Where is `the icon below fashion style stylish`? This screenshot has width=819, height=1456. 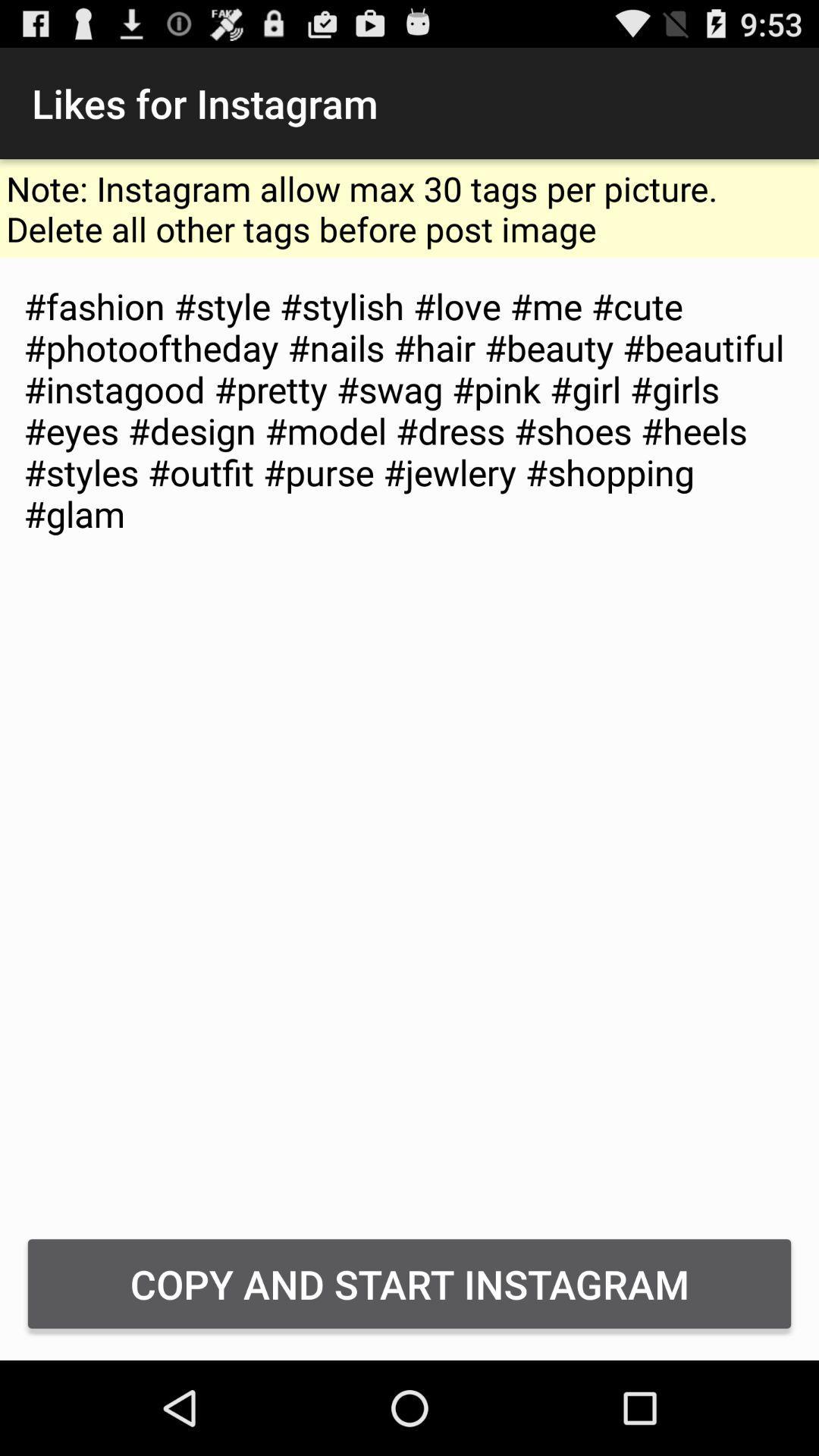
the icon below fashion style stylish is located at coordinates (409, 1283).